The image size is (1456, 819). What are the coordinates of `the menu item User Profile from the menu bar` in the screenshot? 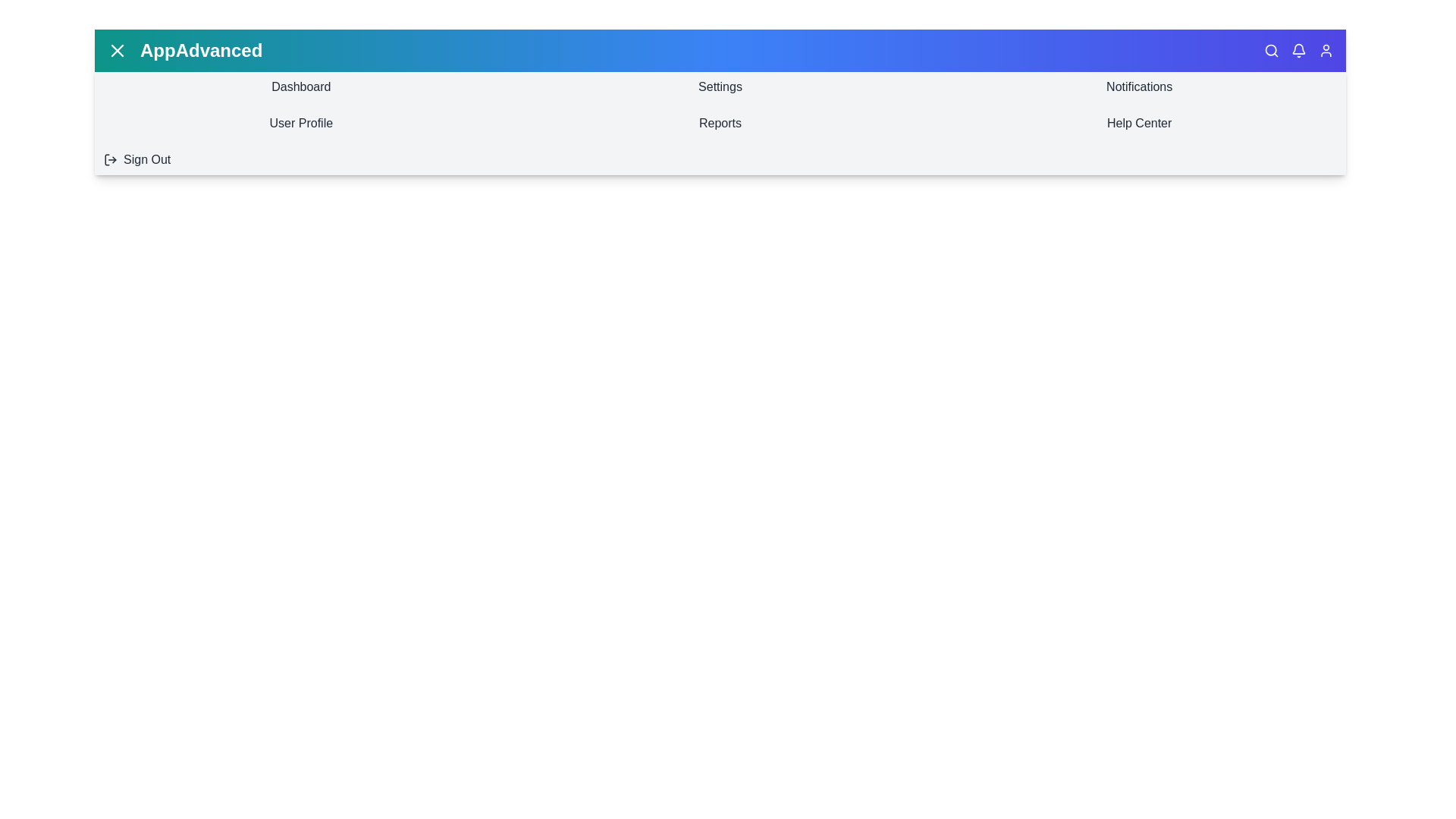 It's located at (301, 122).